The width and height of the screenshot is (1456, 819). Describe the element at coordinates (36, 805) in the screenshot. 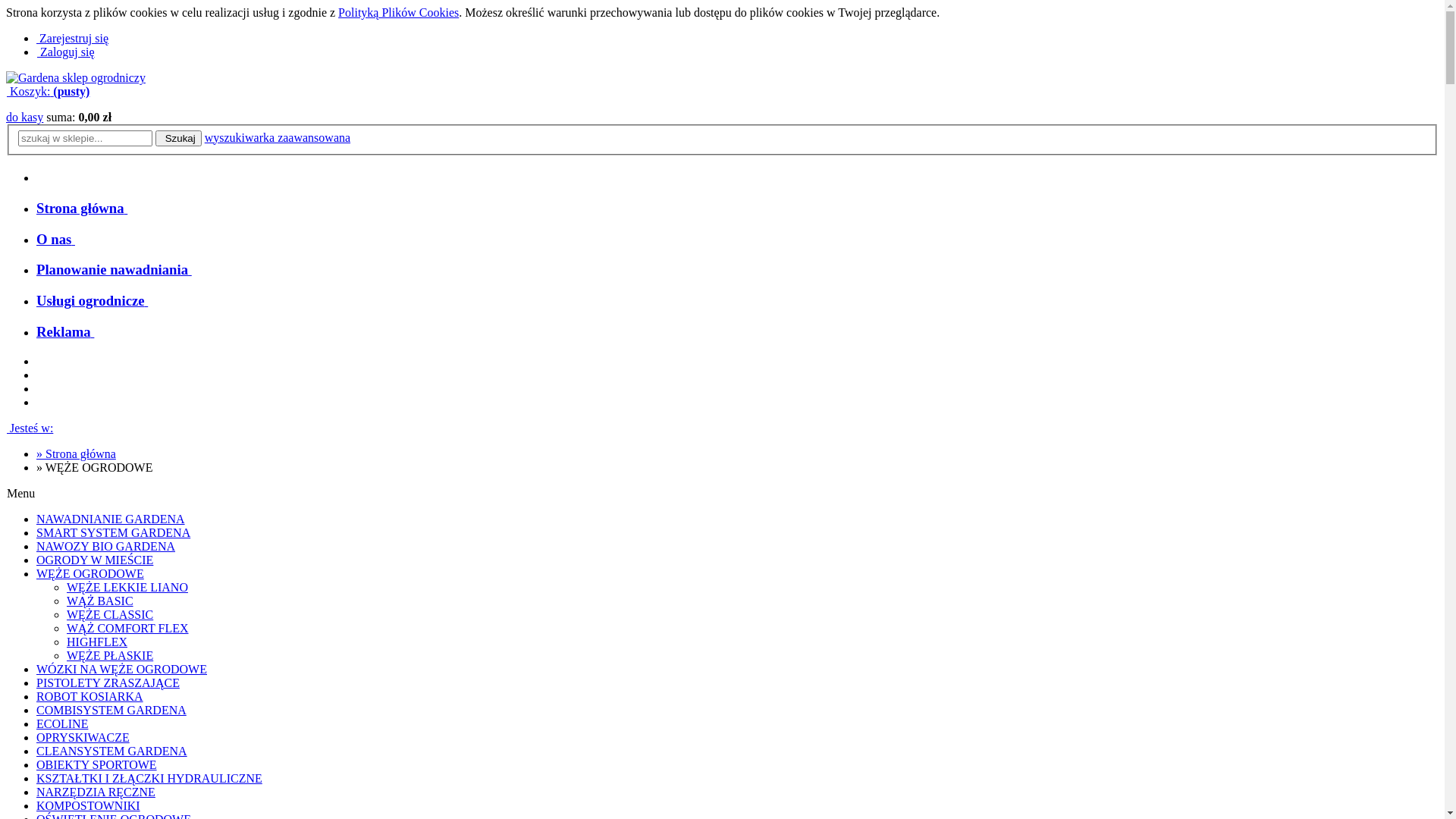

I see `'KOMPOSTOWNIKI'` at that location.